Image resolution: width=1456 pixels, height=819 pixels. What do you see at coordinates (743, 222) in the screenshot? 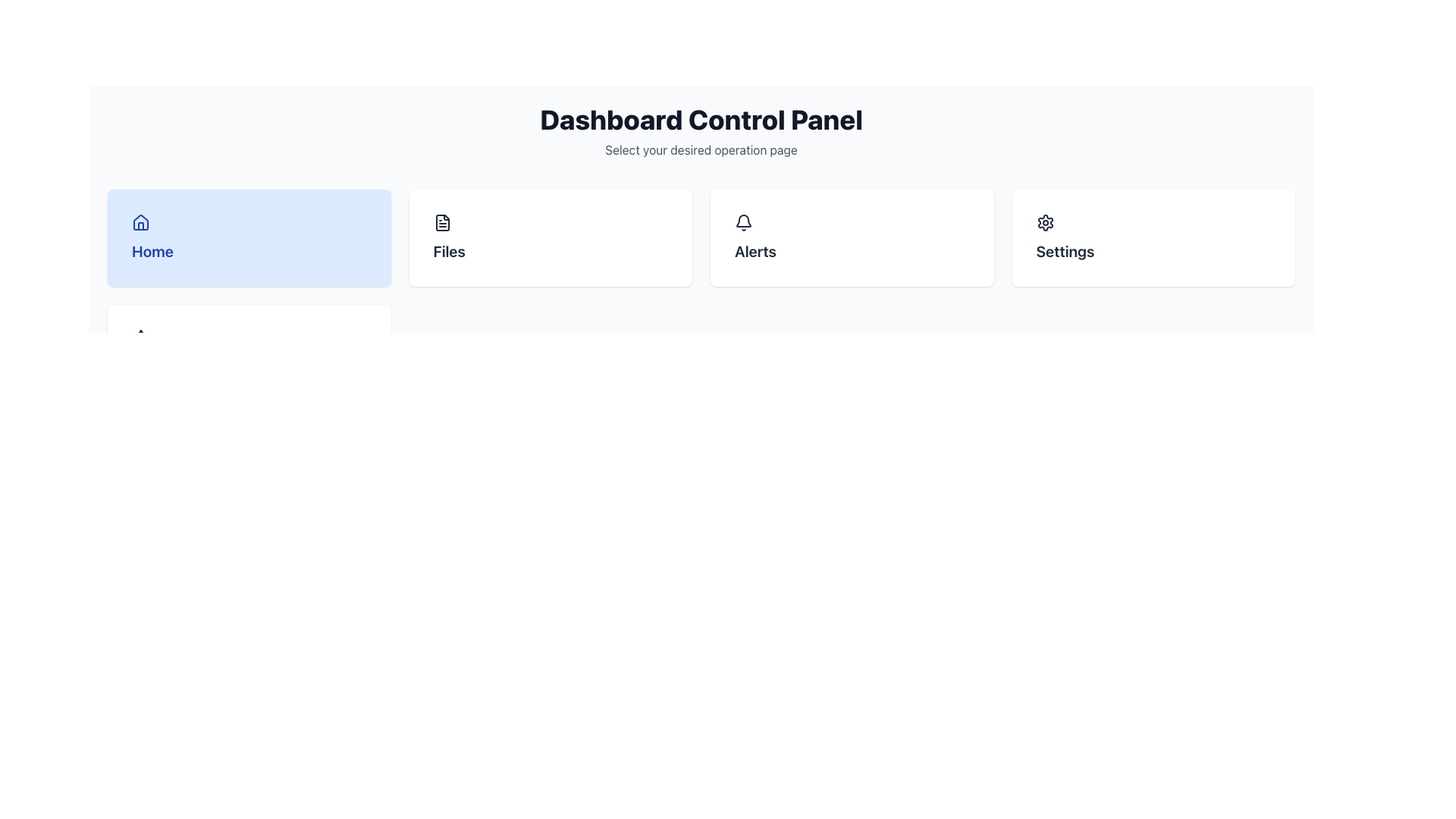
I see `the notification icon located in the 'Alerts' section, which is centrally aligned between the 'Files' and 'Settings' sections` at bounding box center [743, 222].